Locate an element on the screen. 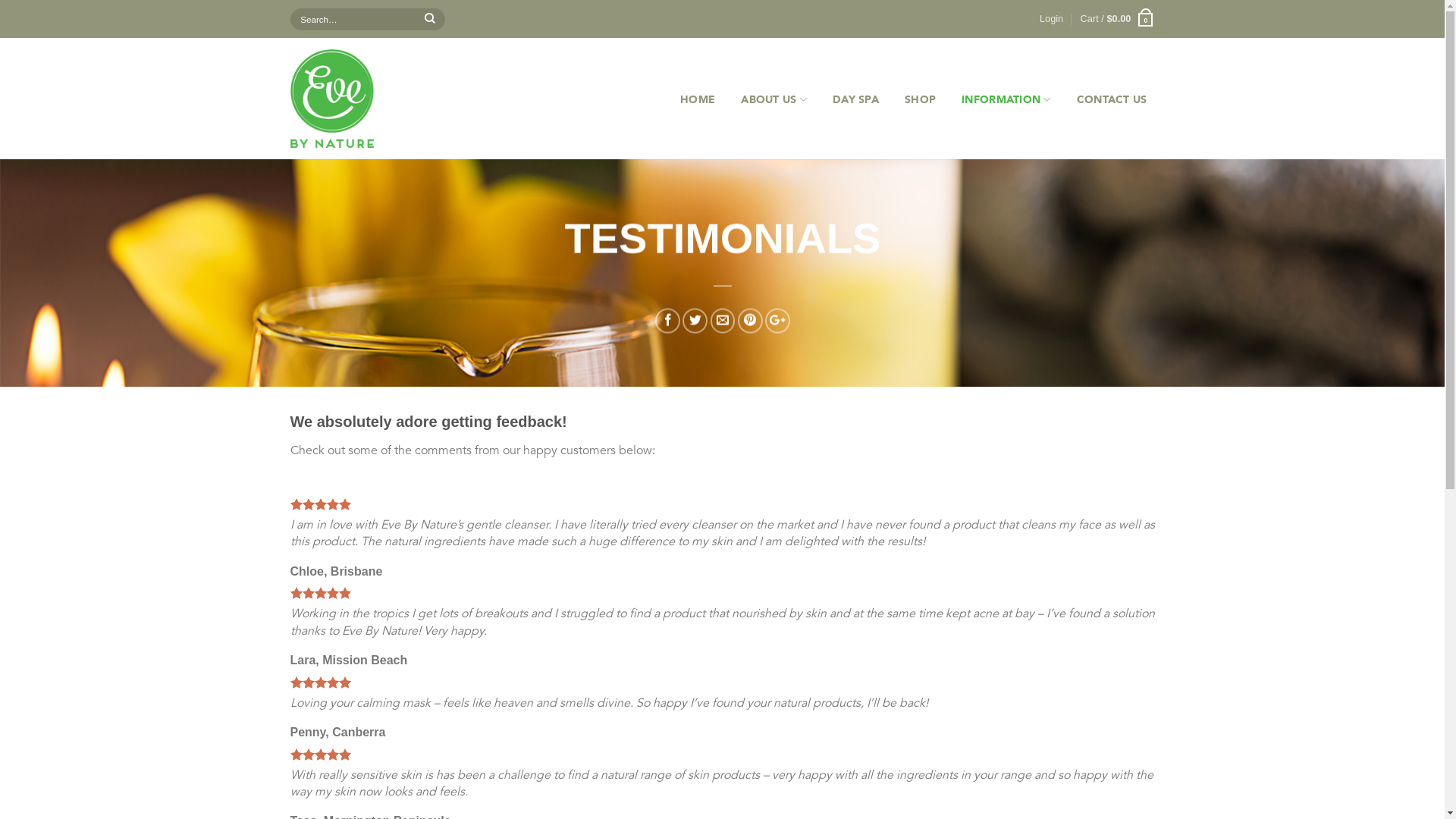 Image resolution: width=1456 pixels, height=819 pixels. 'INFORMATION' is located at coordinates (1006, 99).